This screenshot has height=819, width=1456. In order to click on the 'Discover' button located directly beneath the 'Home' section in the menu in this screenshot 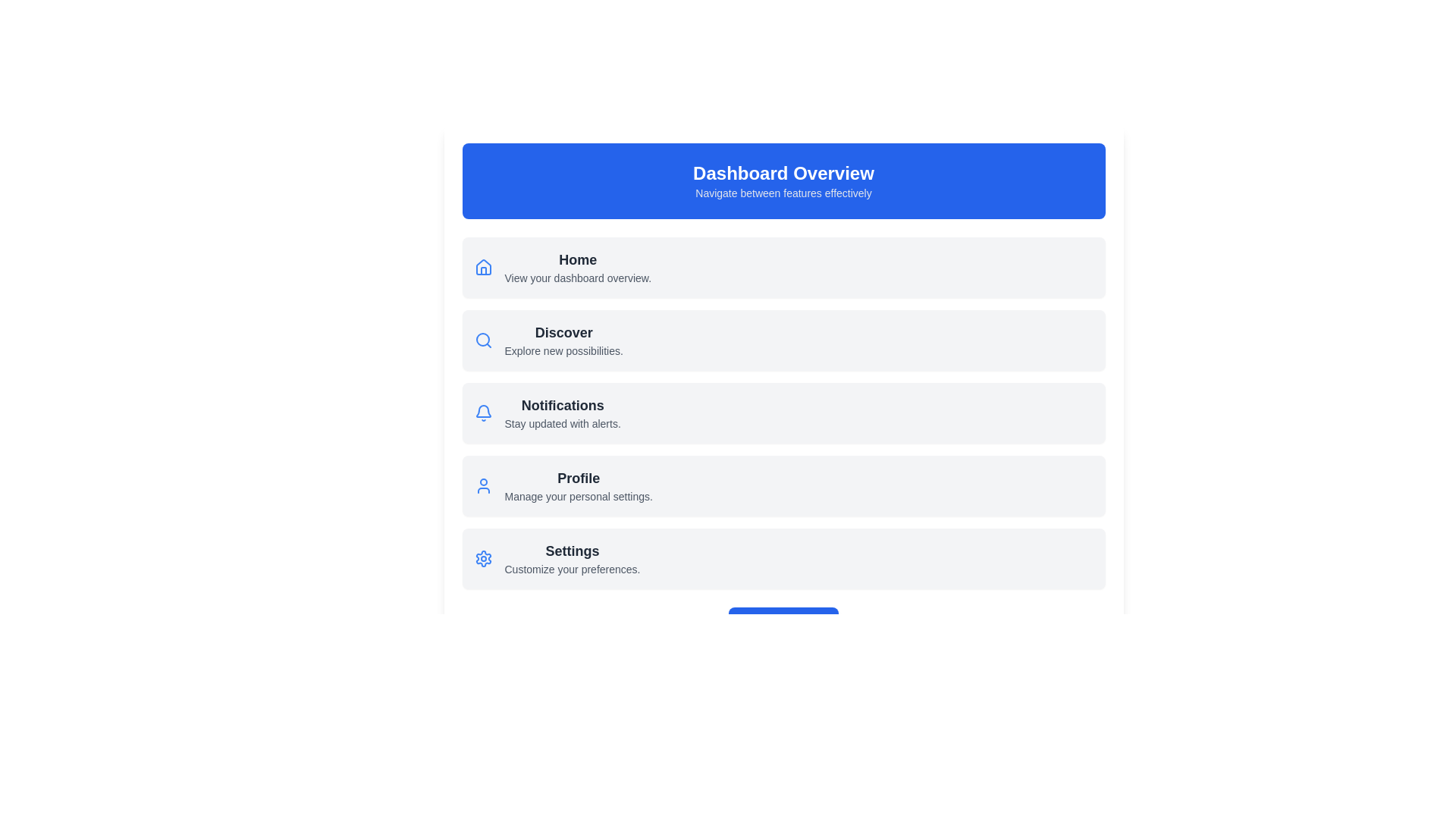, I will do `click(783, 339)`.